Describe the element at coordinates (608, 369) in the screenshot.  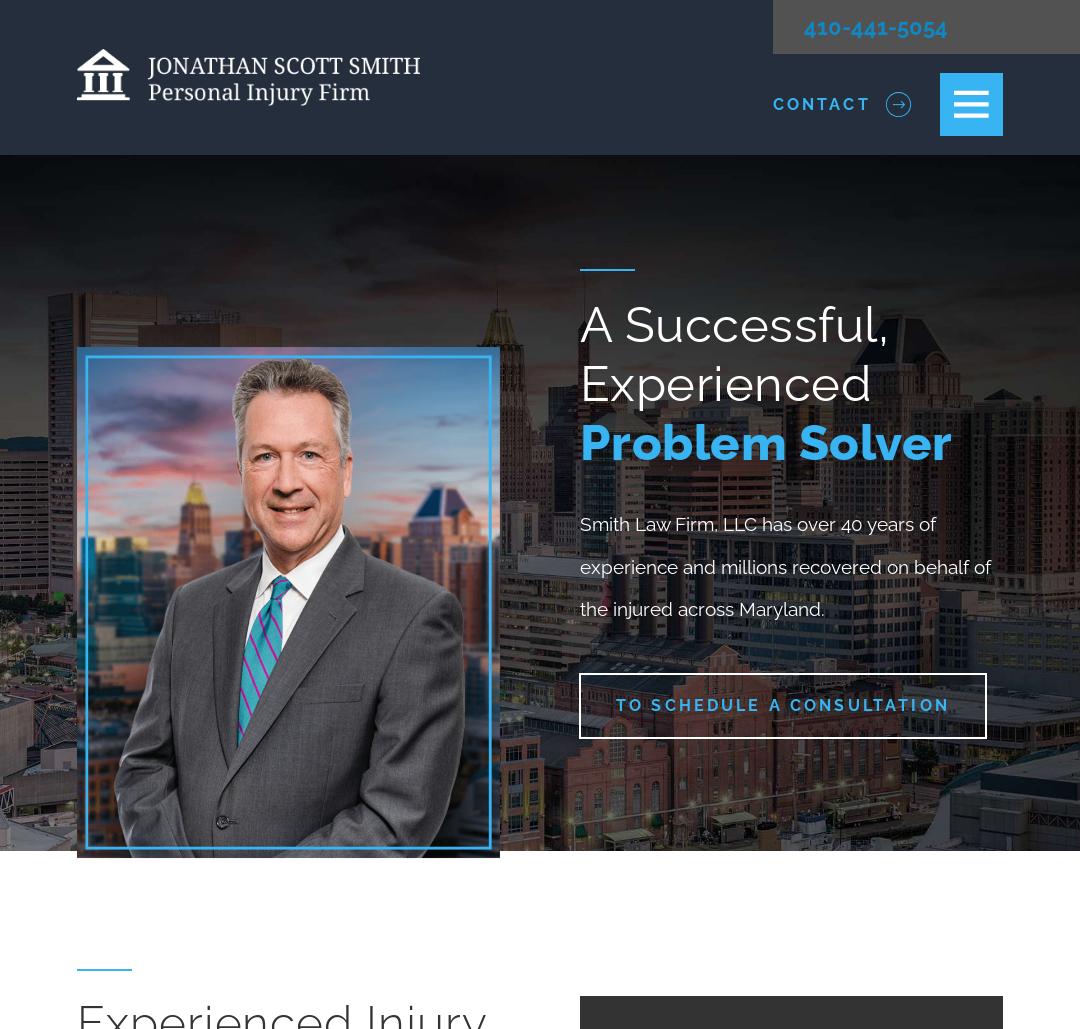
I see `'Motorcycle Accident'` at that location.